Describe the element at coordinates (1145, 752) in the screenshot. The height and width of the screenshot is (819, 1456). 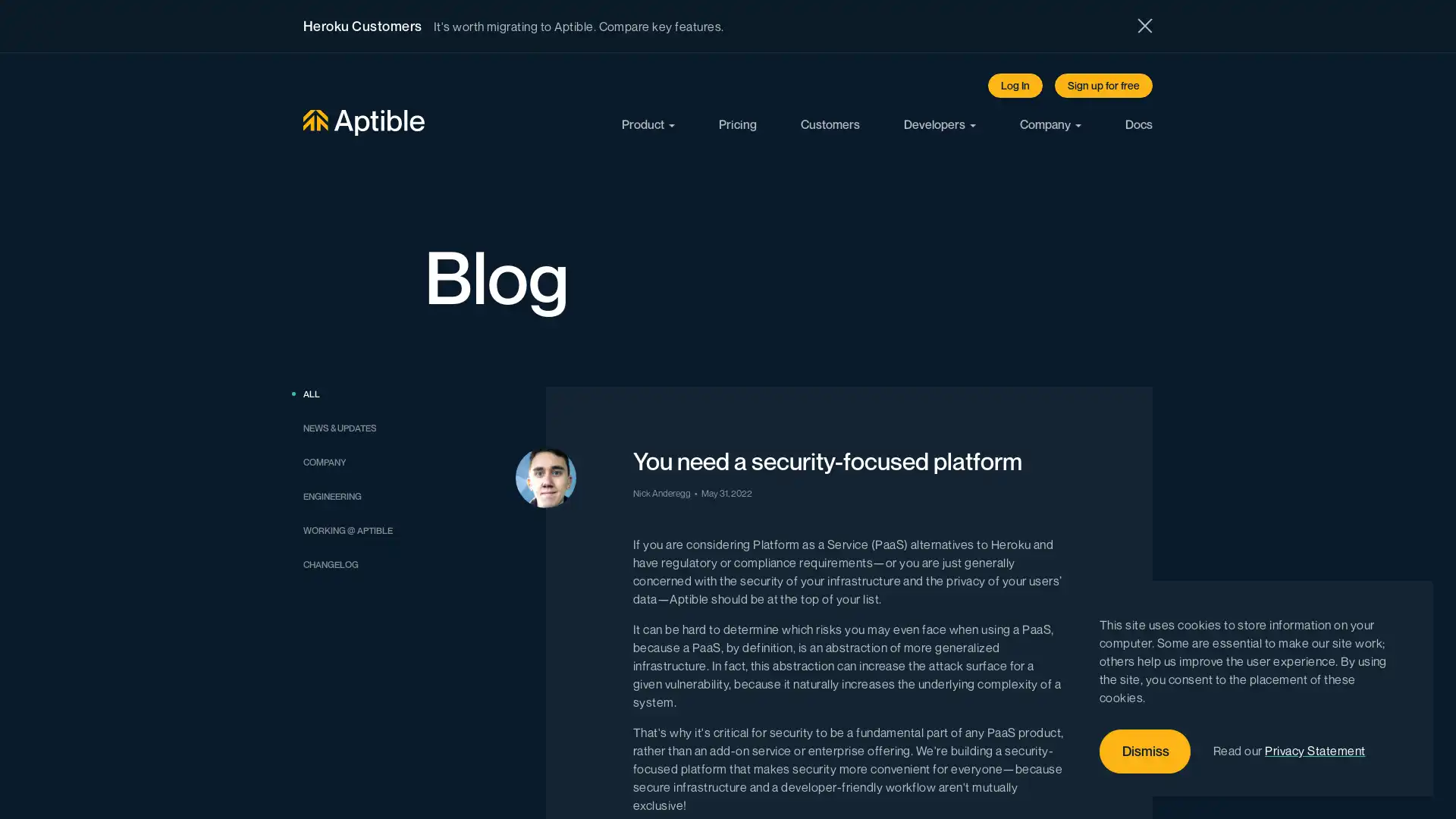
I see `Dismiss` at that location.